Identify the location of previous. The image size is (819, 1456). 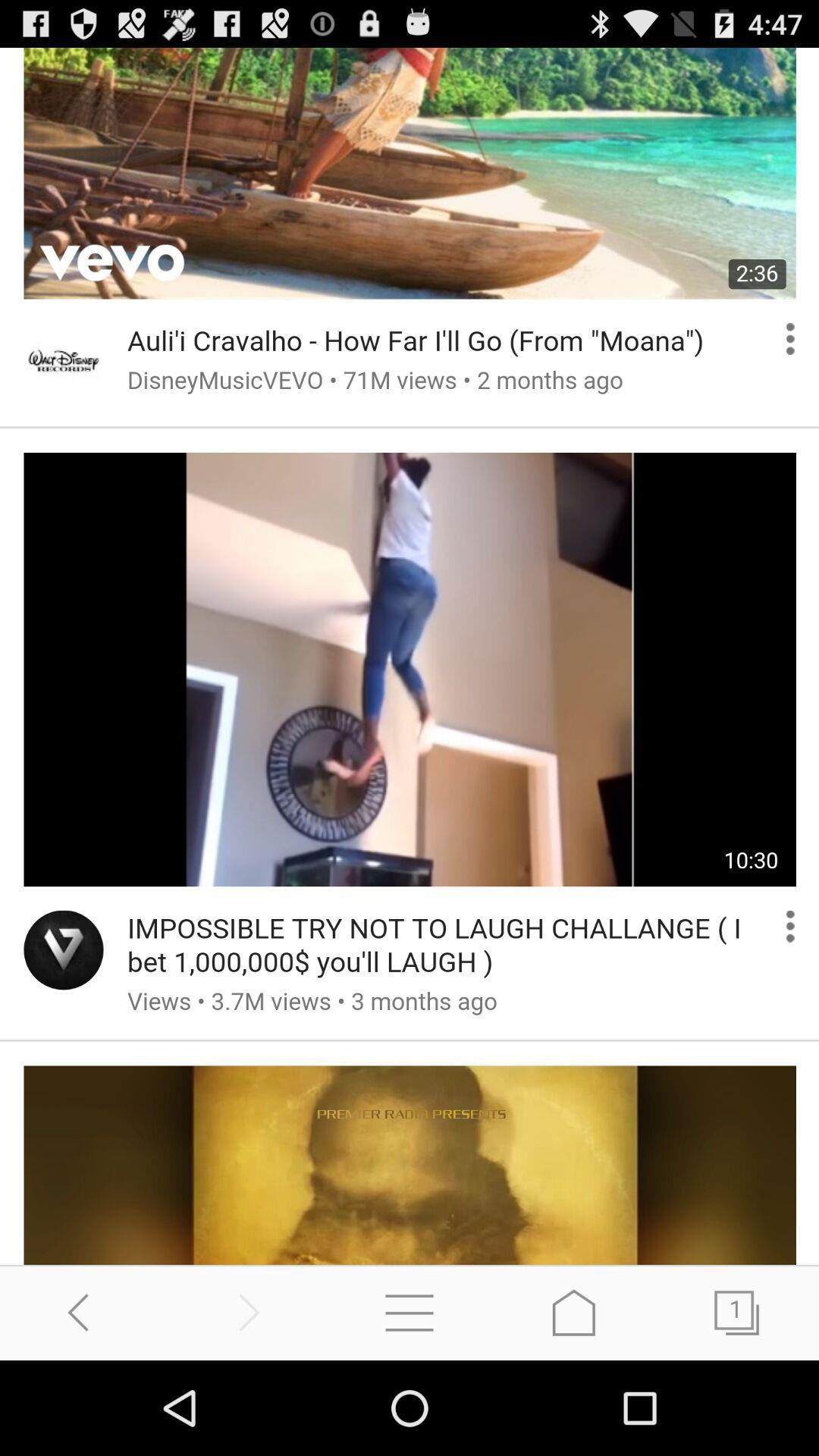
(245, 1312).